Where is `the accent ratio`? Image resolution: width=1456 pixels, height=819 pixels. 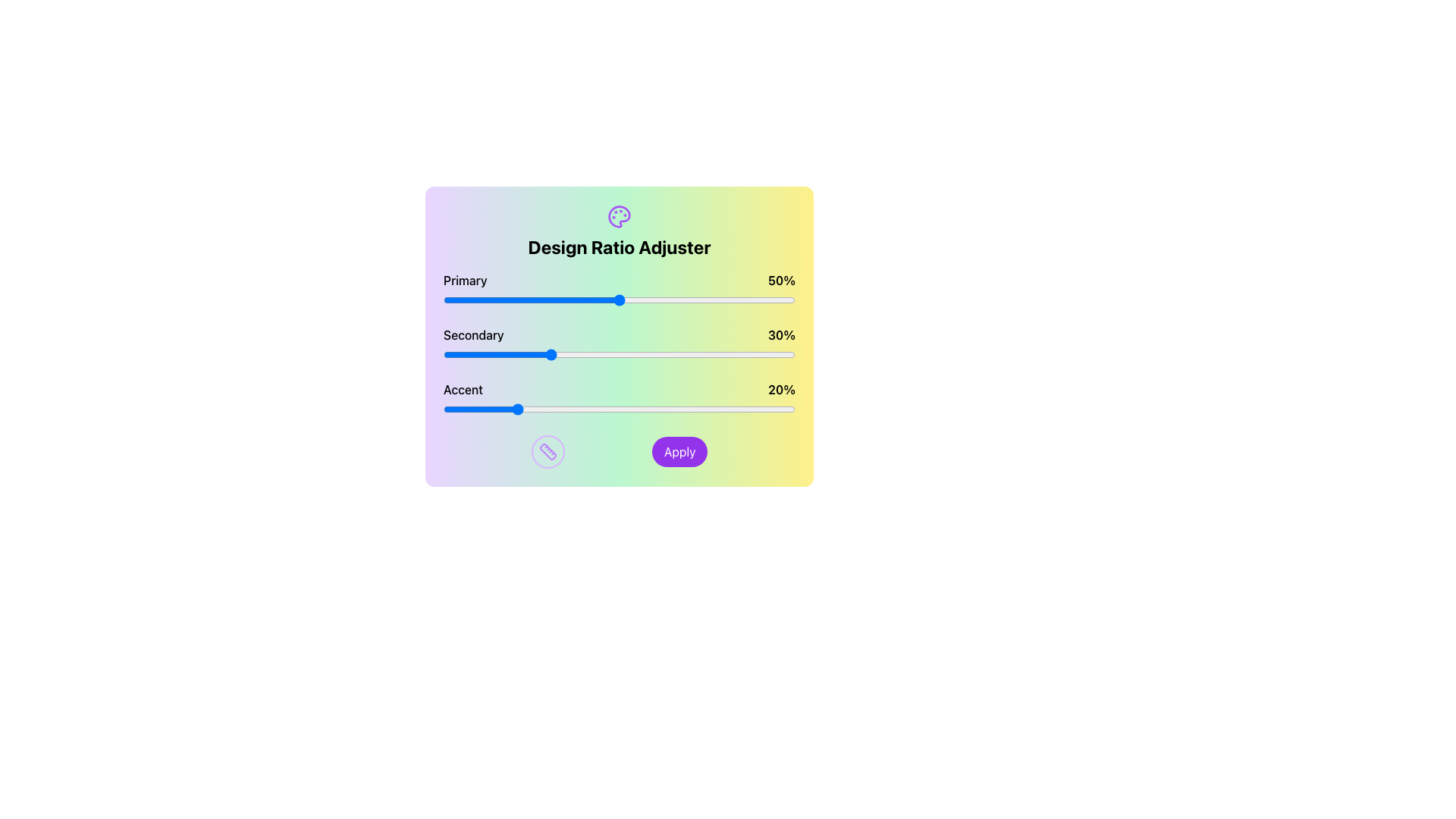 the accent ratio is located at coordinates (489, 409).